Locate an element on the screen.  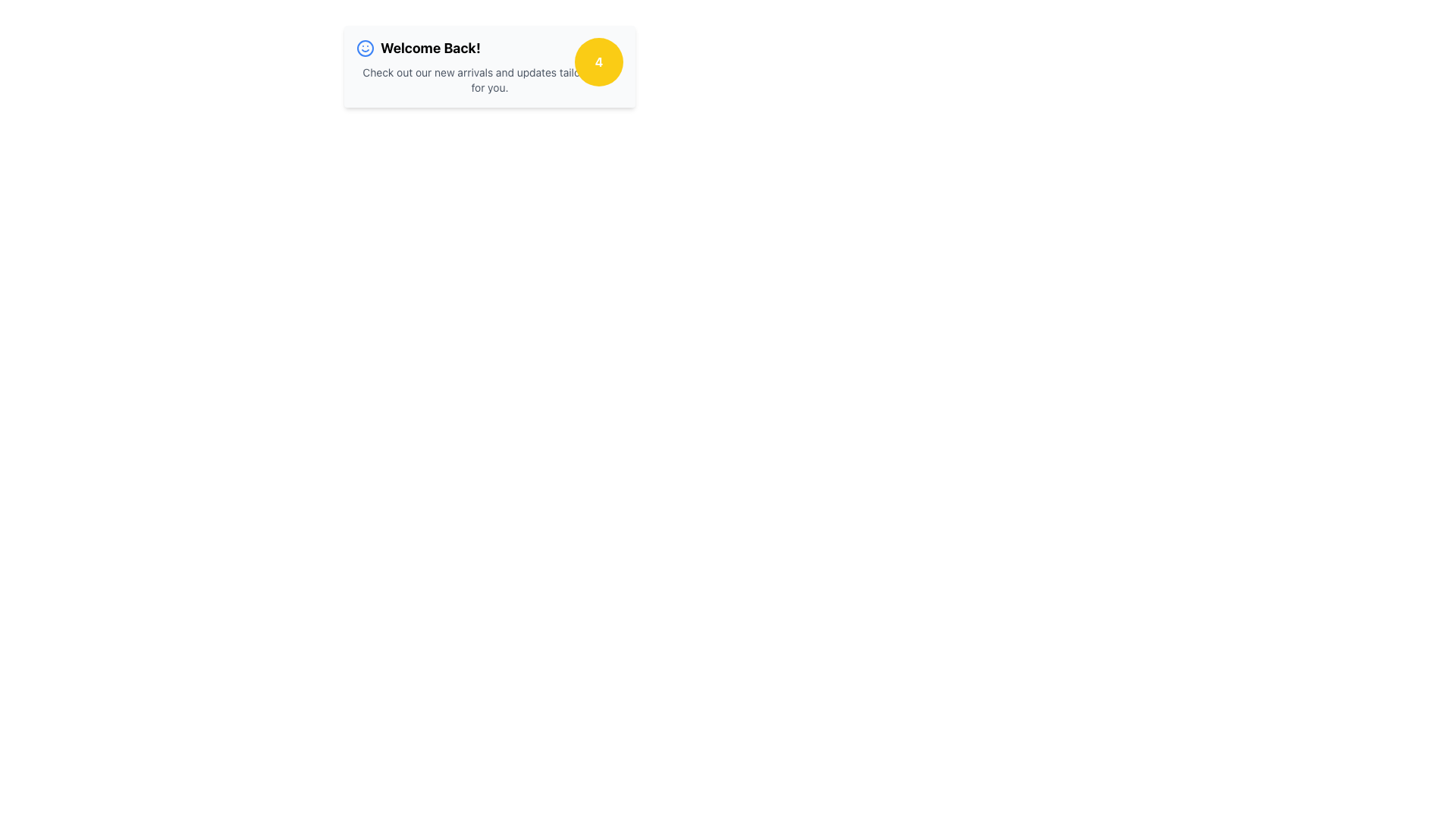
numeral '4' displayed within the yellow circular indicator located to the right of the message box titled 'Welcome Back!' is located at coordinates (598, 61).